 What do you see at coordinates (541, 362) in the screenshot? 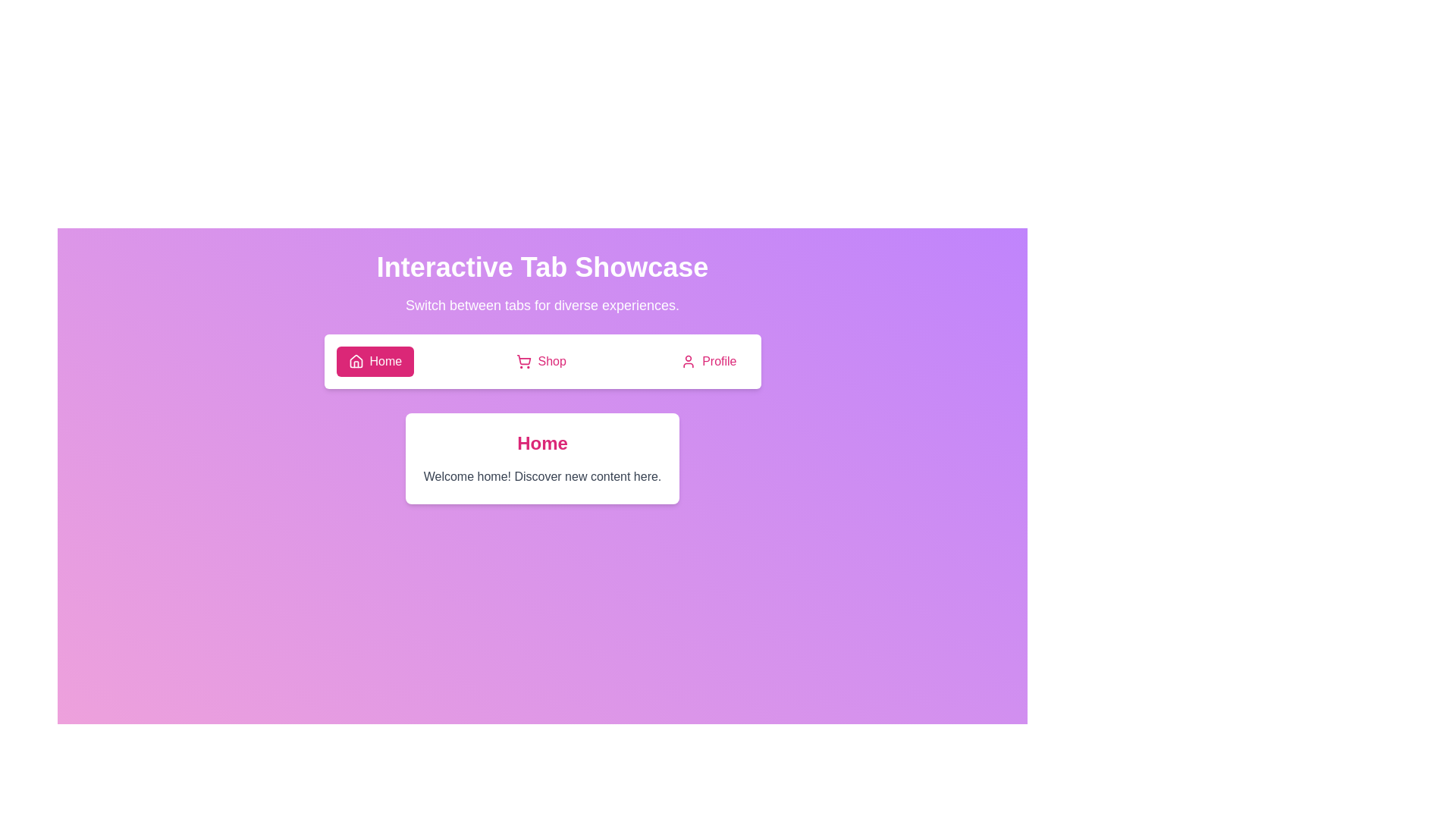
I see `the Shop tab to display its description` at bounding box center [541, 362].